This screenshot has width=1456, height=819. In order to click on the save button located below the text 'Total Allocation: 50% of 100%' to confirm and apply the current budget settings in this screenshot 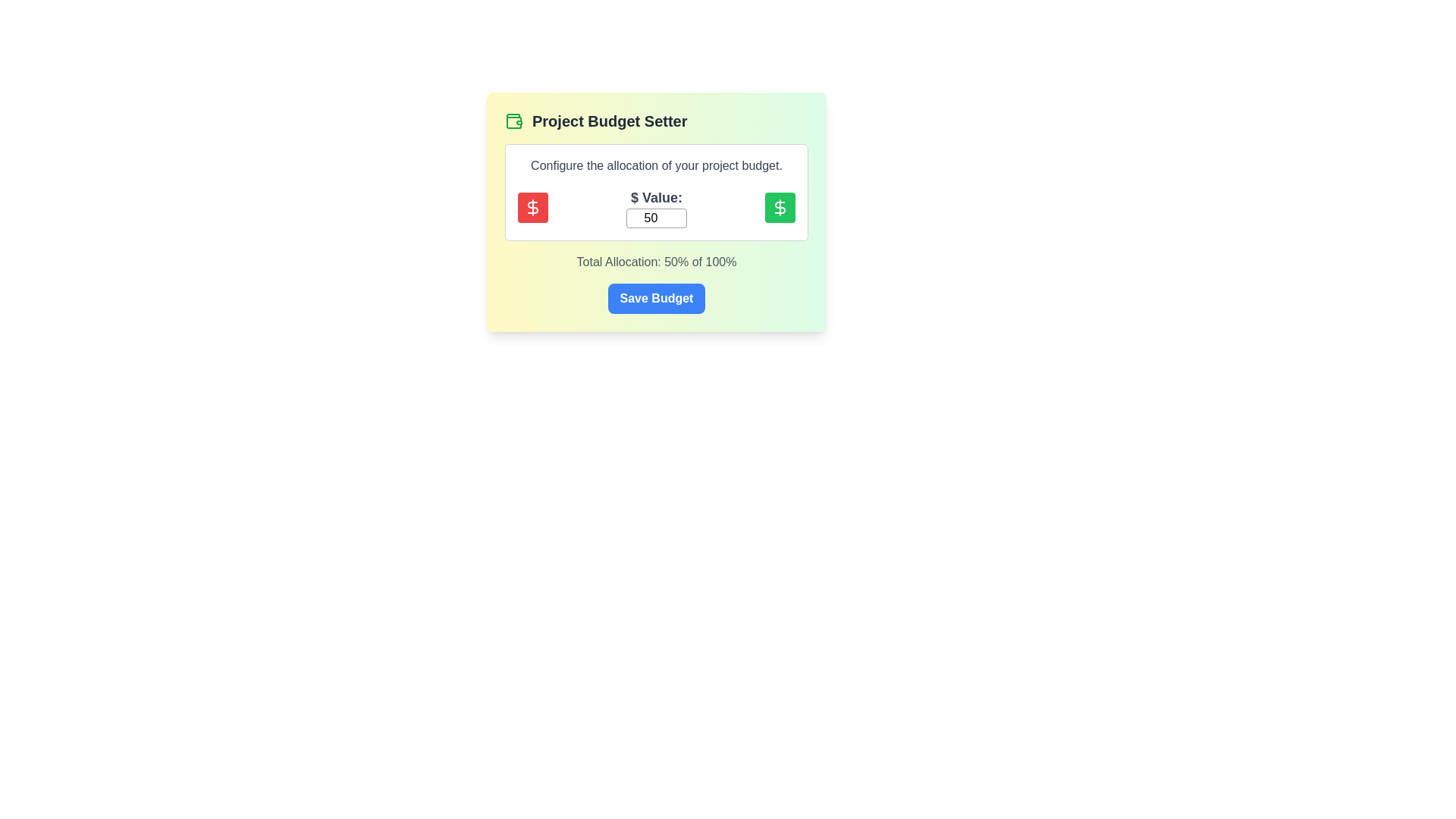, I will do `click(656, 298)`.